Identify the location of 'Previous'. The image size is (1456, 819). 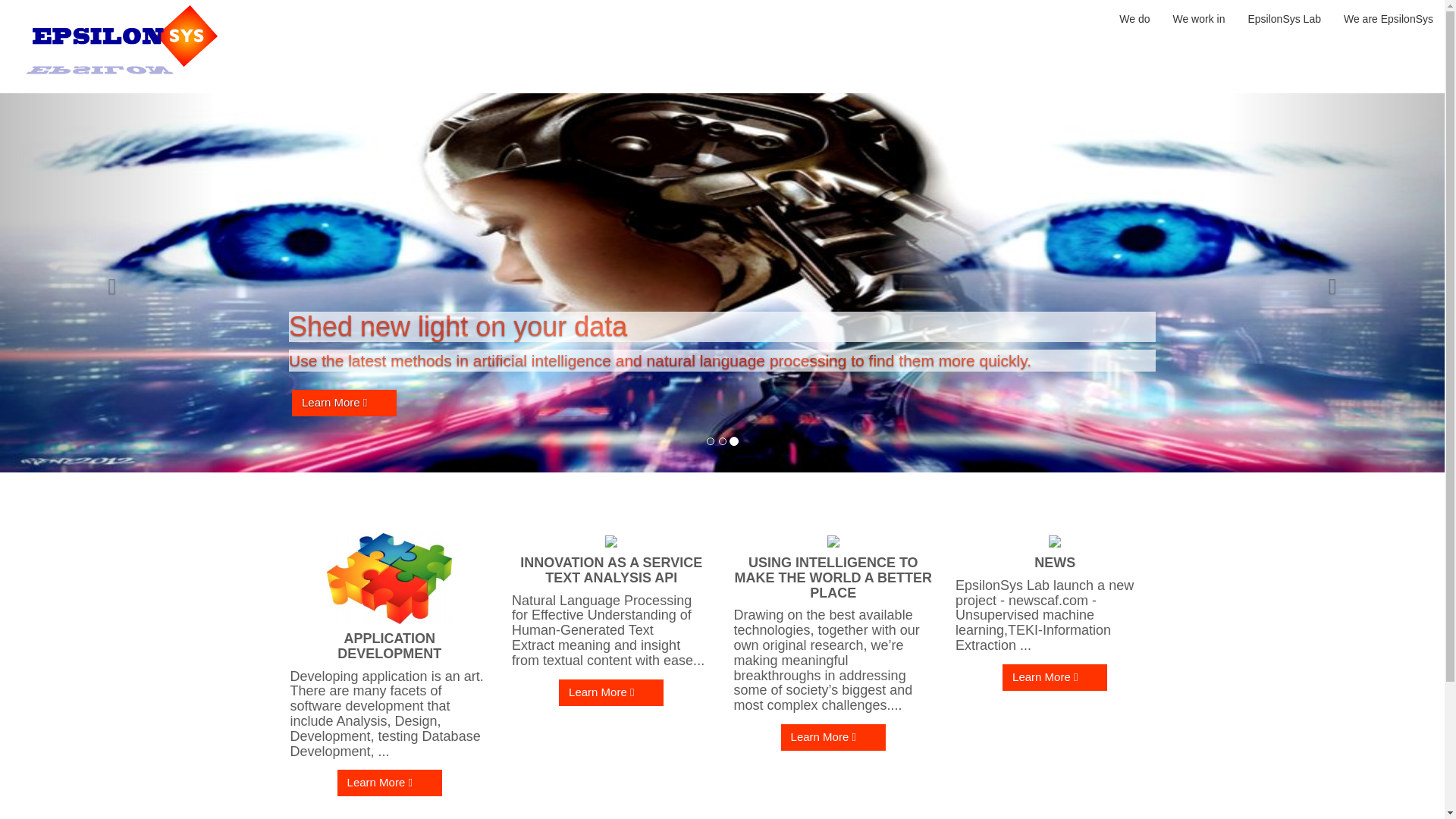
(108, 283).